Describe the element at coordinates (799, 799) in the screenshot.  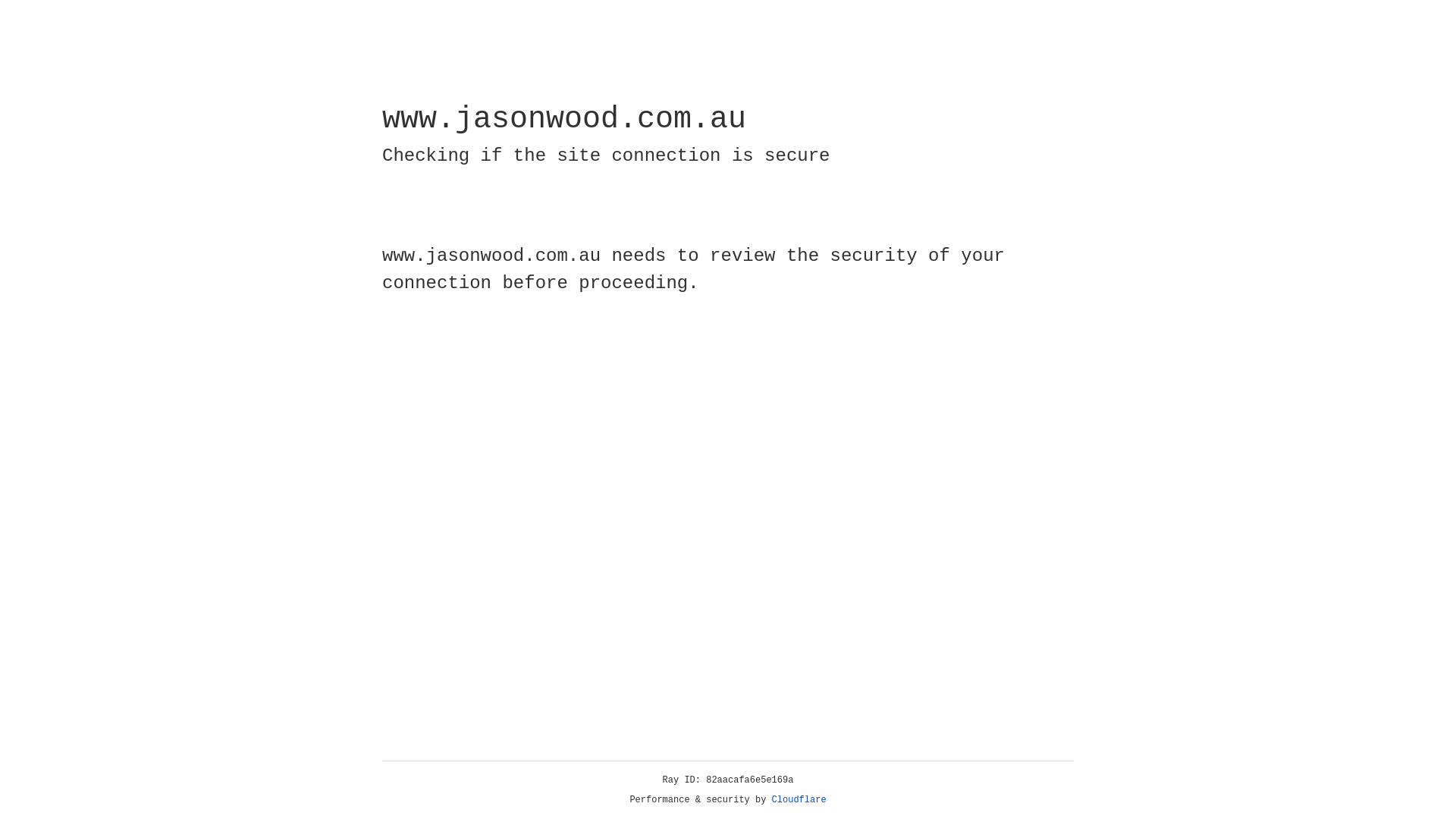
I see `'Cloudflare'` at that location.